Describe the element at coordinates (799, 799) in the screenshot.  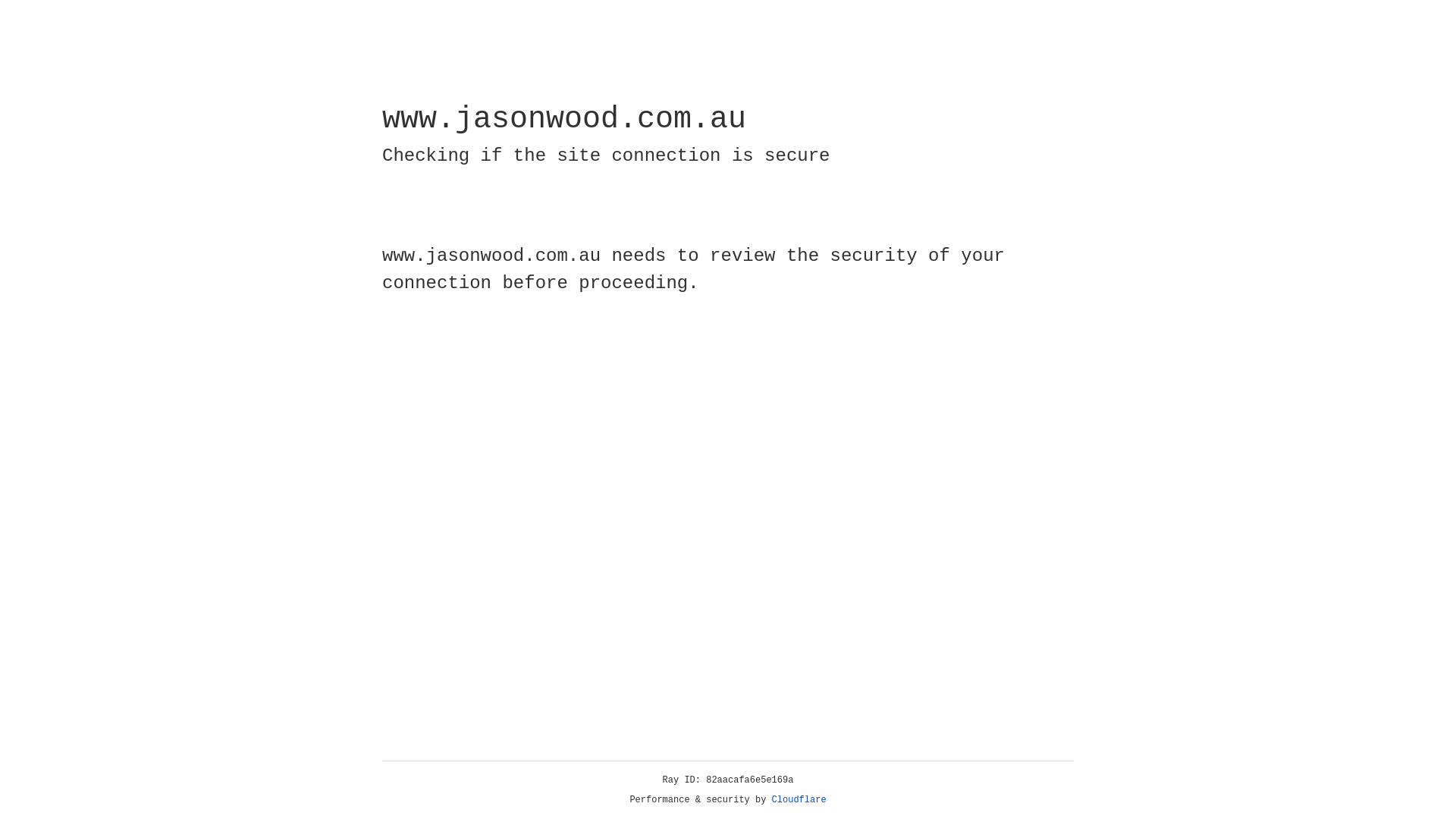
I see `'Cloudflare'` at that location.